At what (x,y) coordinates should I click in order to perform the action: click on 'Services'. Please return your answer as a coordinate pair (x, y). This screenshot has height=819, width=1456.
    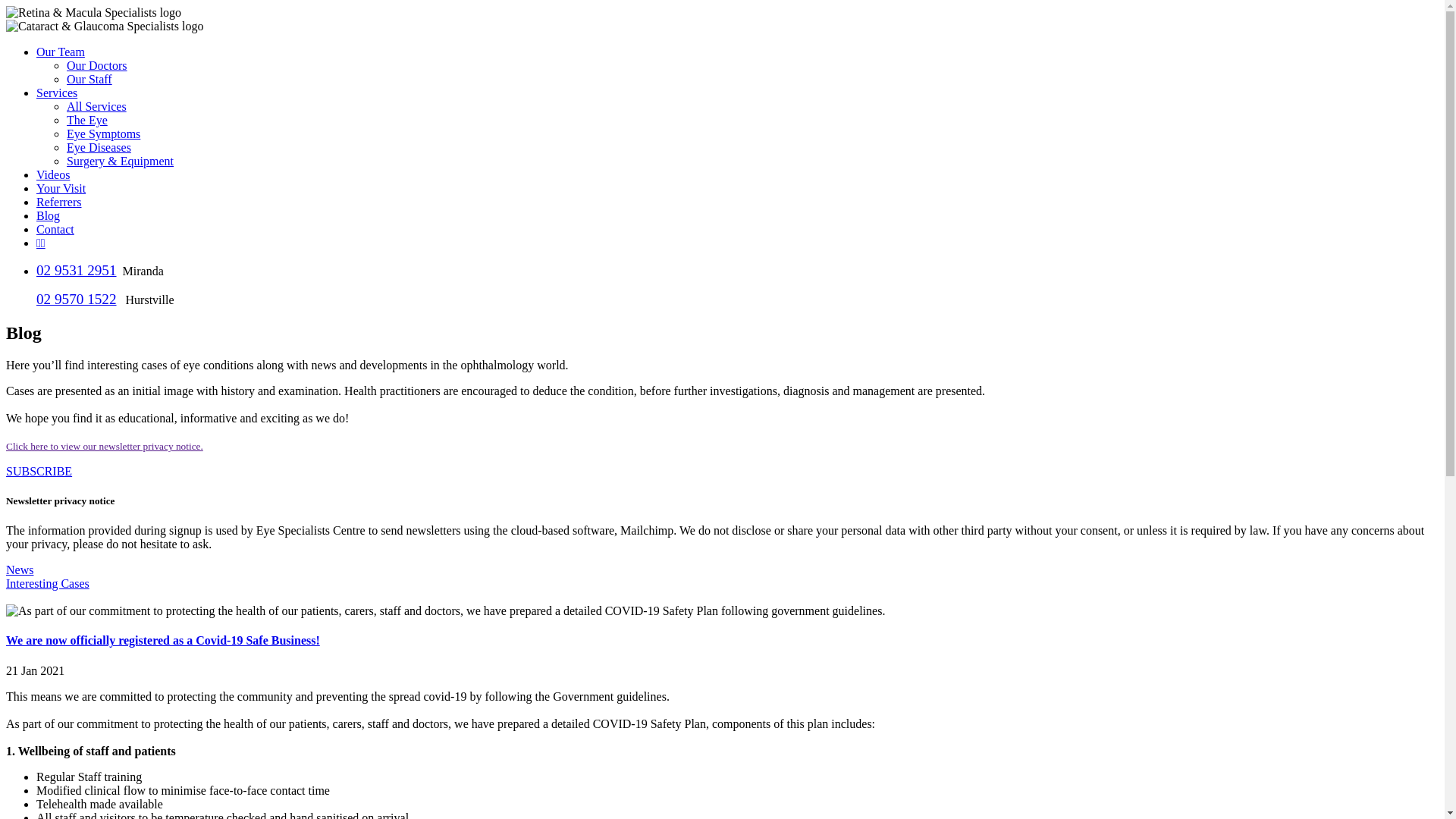
    Looking at the image, I should click on (57, 93).